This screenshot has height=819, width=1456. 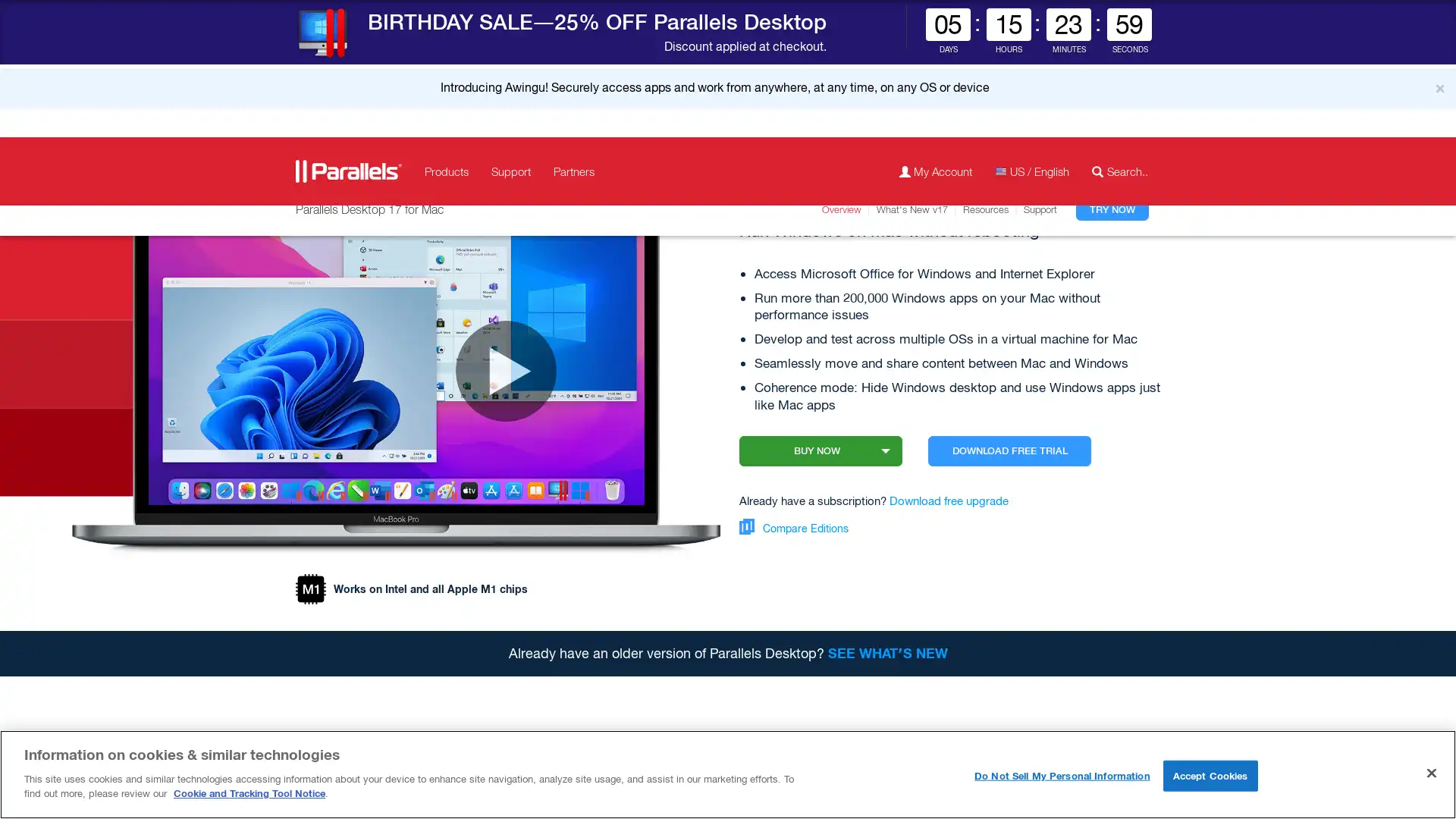 I want to click on Do Not Sell My Personal Information, so click(x=1061, y=775).